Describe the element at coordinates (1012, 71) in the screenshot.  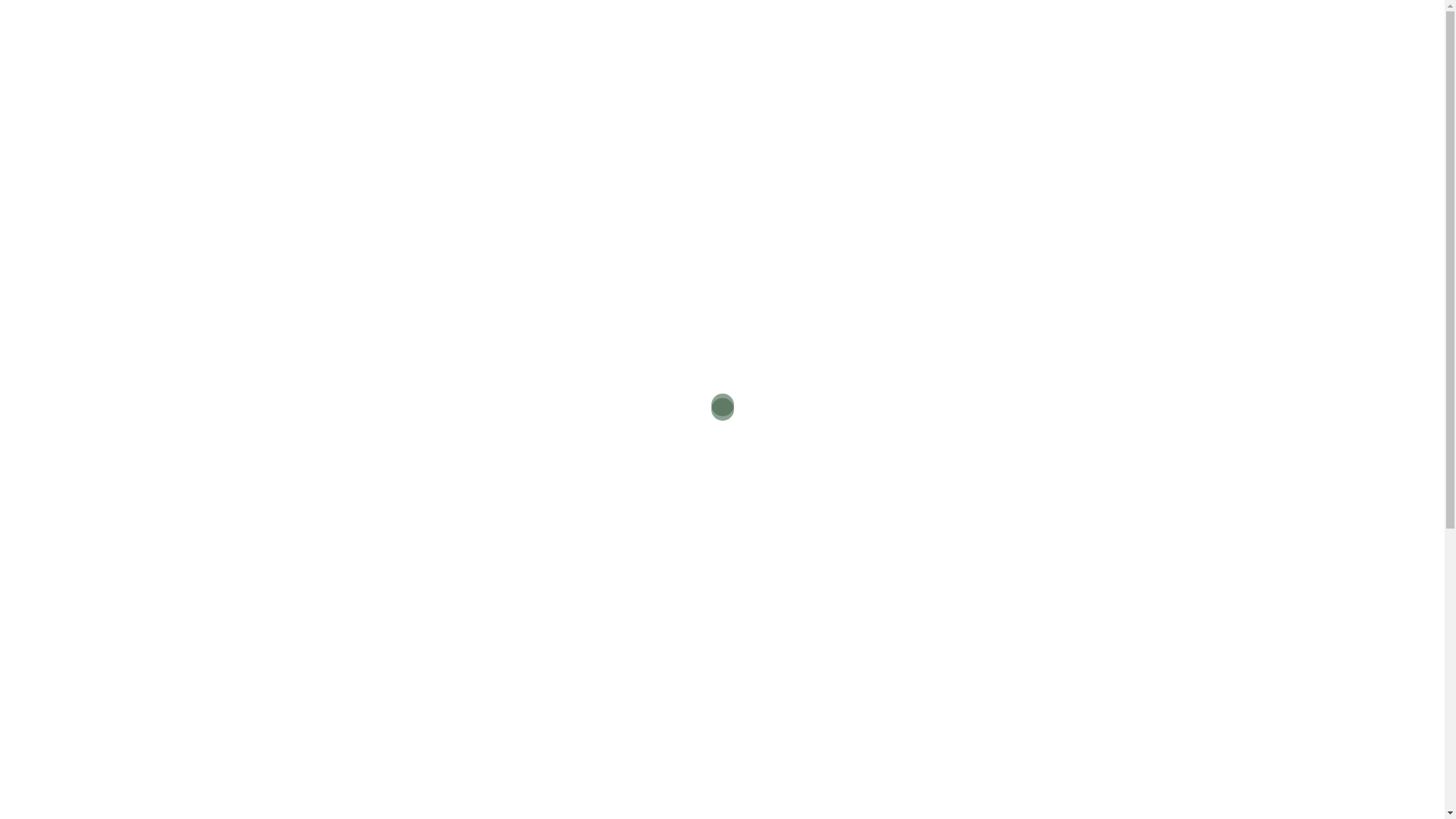
I see `'CALL NOW'` at that location.